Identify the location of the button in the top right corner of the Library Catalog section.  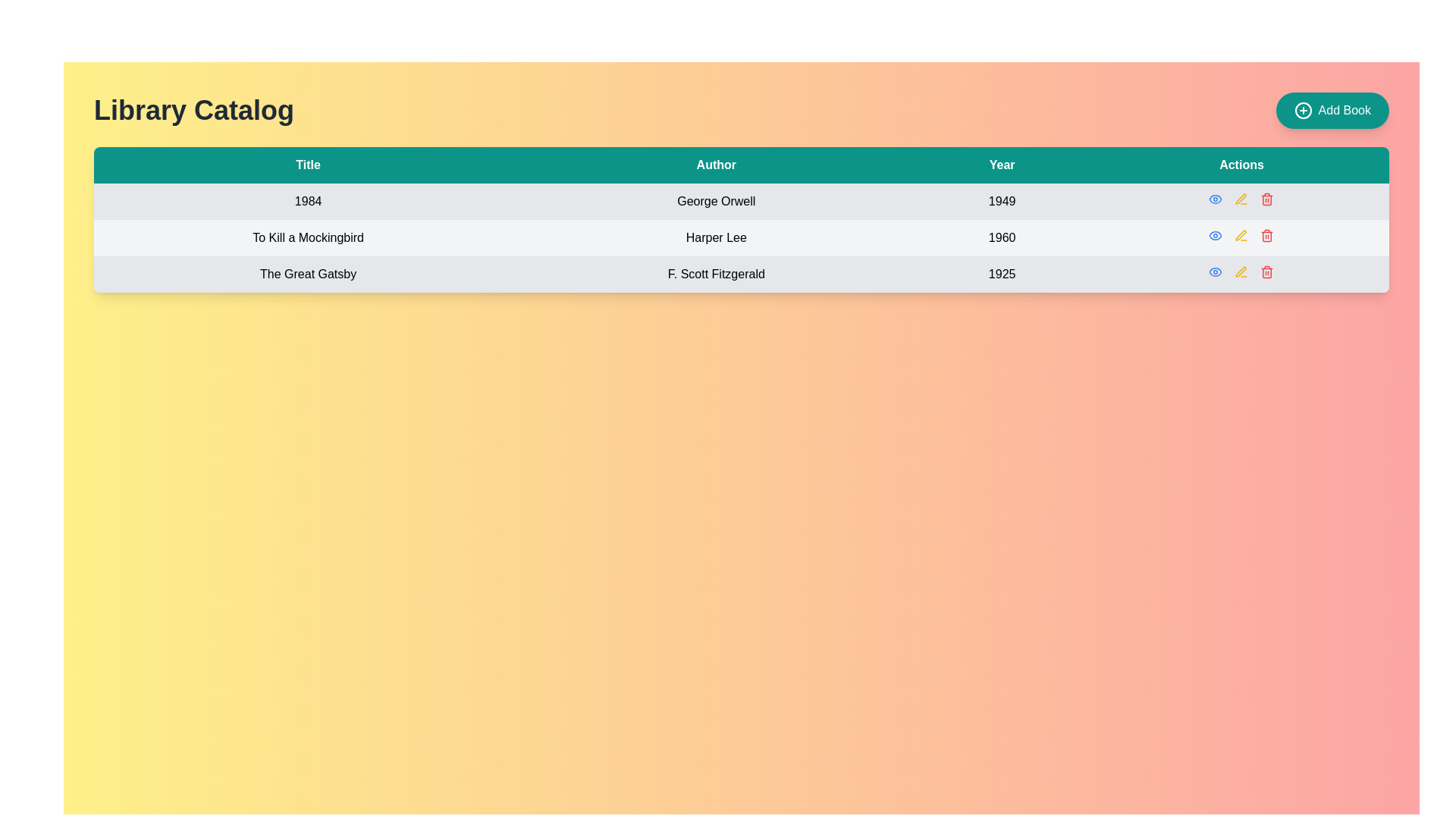
(1332, 110).